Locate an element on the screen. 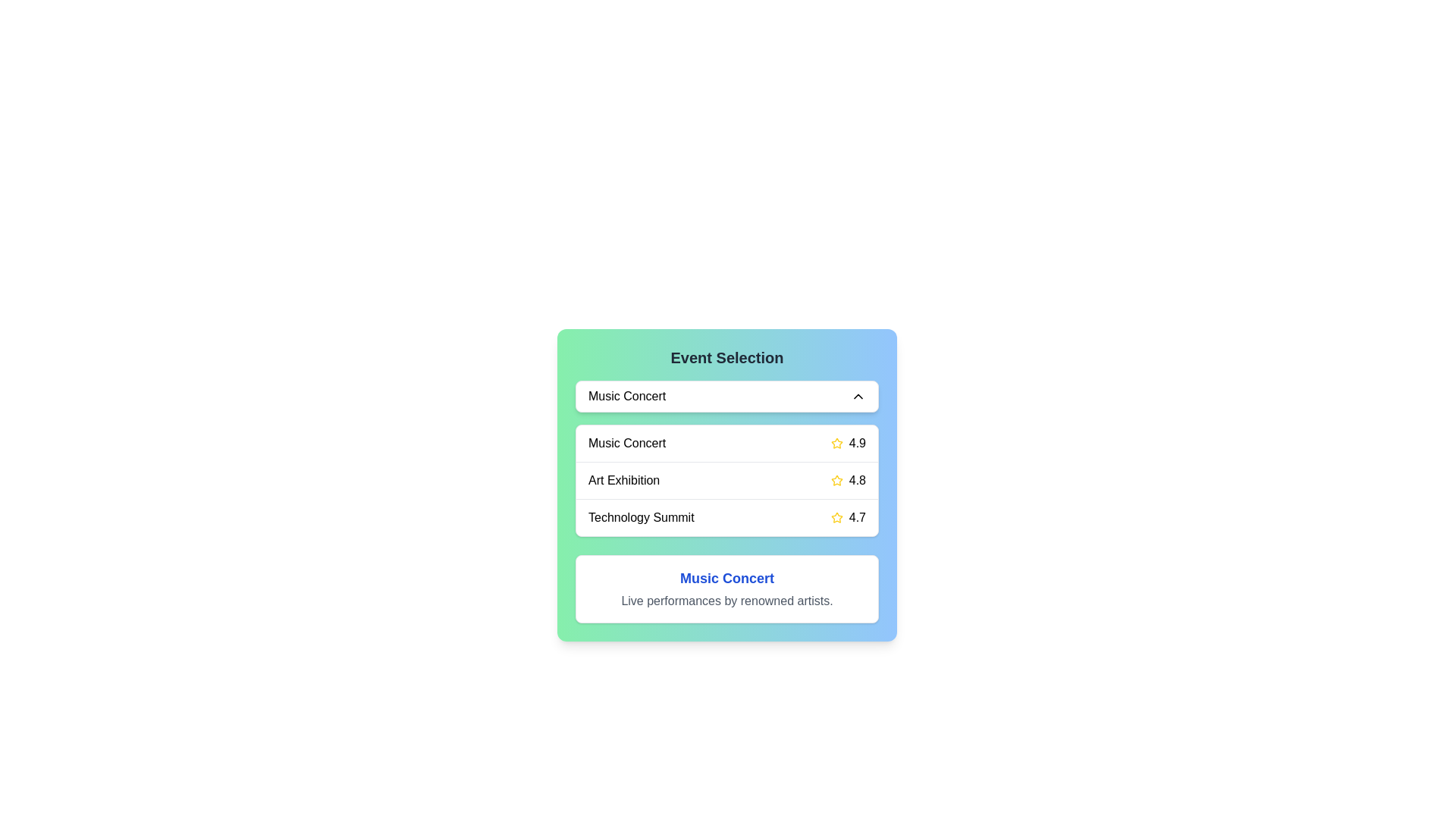 The width and height of the screenshot is (1456, 819). the Text Label that provides additional information for the 'Music Concert' title, located beneath it within a bordered card is located at coordinates (726, 601).